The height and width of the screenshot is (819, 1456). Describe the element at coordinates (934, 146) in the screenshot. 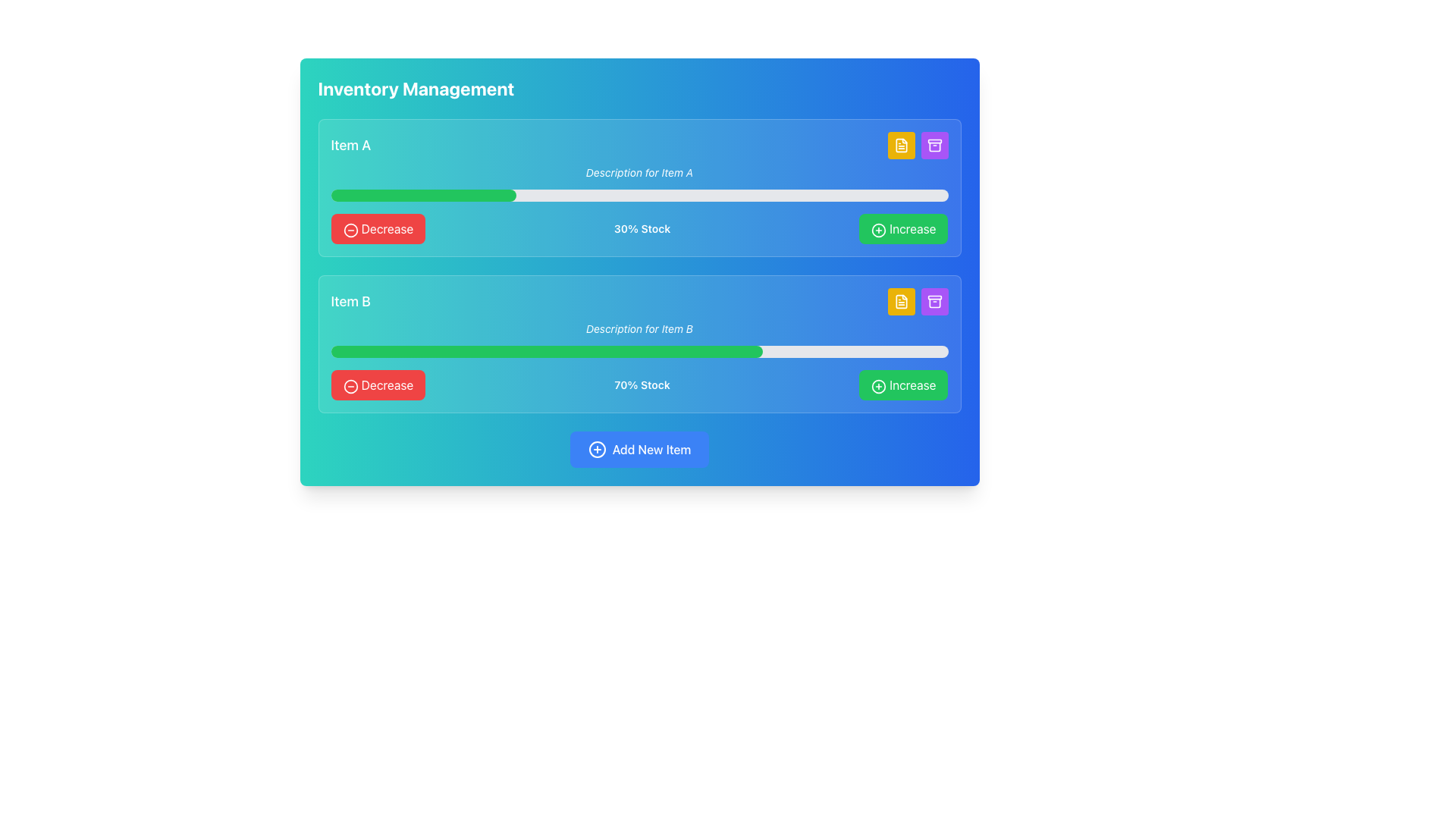

I see `the purple rounded square button with an archive box icon located in the top-right corner of the 'Item A' section` at that location.